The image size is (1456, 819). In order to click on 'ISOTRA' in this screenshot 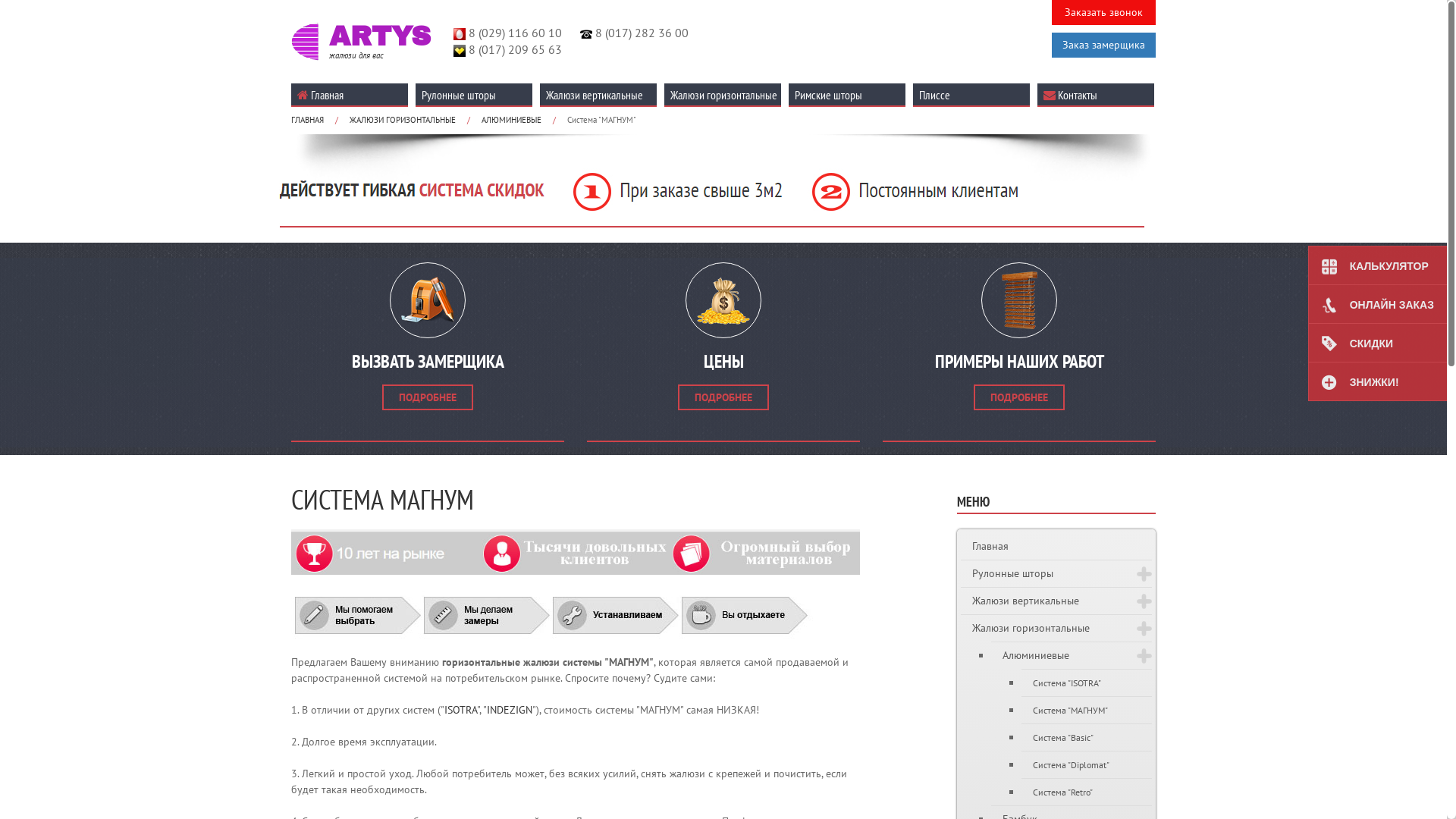, I will do `click(460, 710)`.